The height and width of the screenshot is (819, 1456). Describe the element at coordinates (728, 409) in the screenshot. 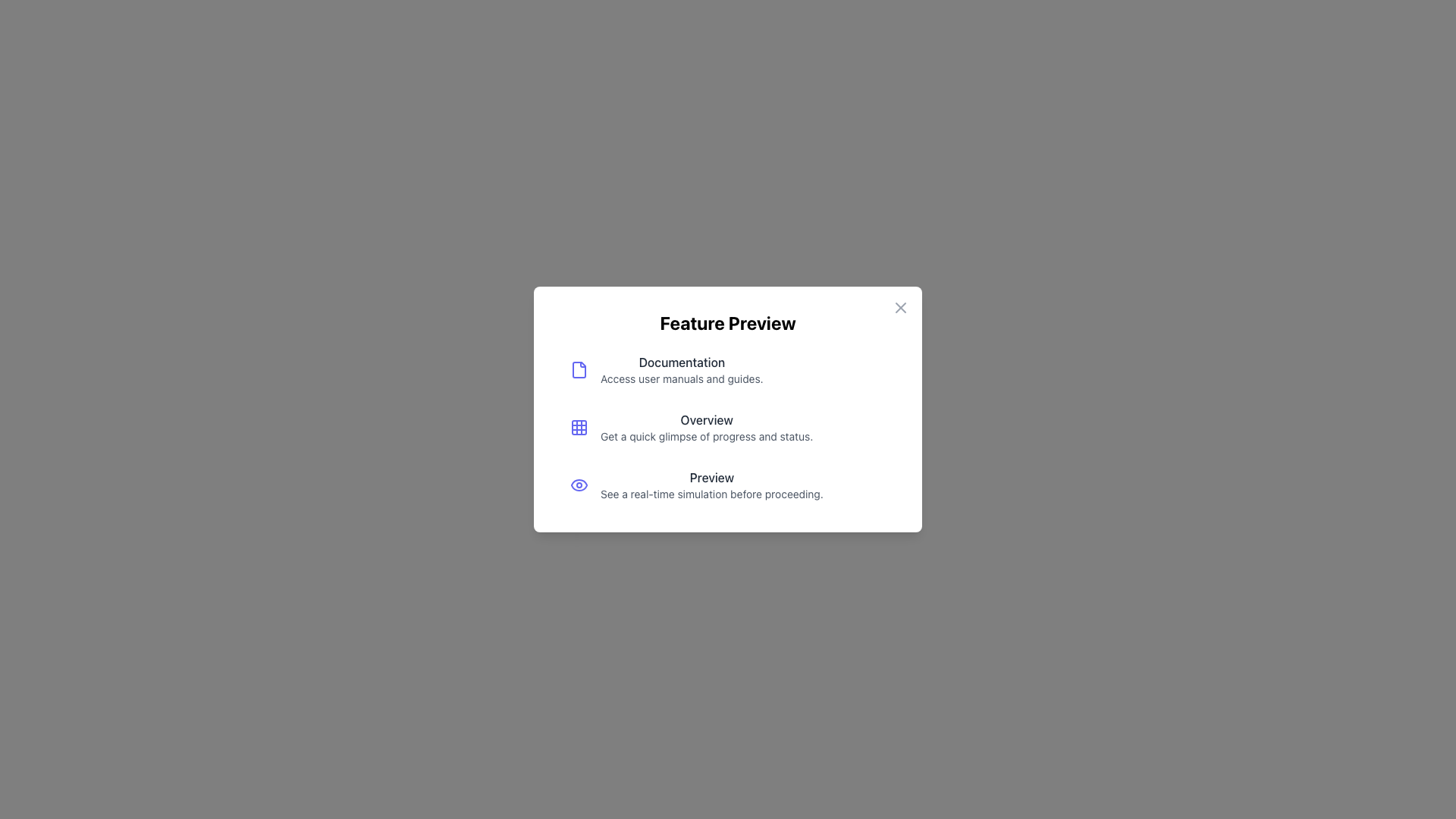

I see `the interactive list item labeled 'Overview' located in the feature preview dialog` at that location.